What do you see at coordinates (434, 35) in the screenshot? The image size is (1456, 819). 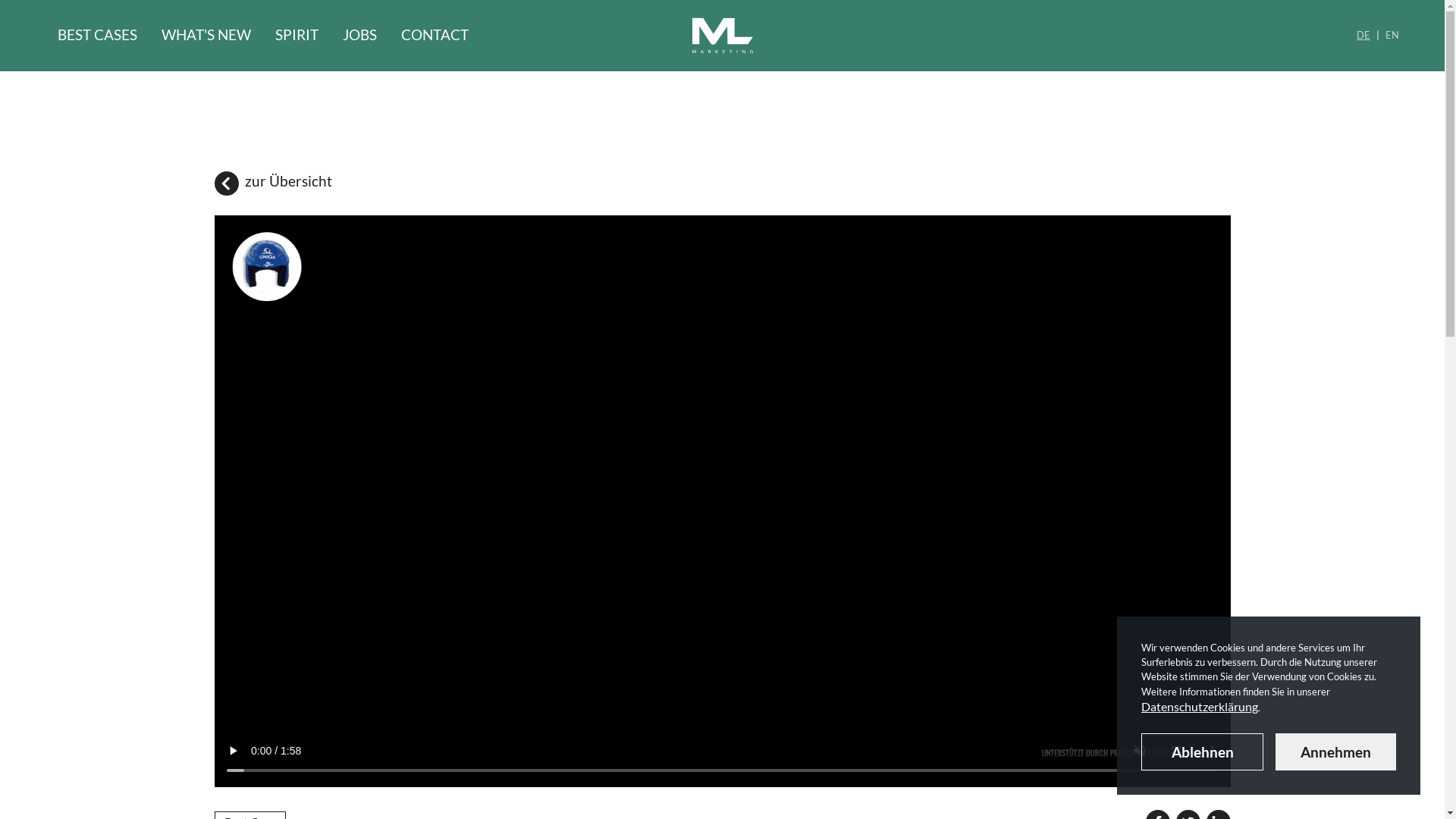 I see `'CONTACT'` at bounding box center [434, 35].